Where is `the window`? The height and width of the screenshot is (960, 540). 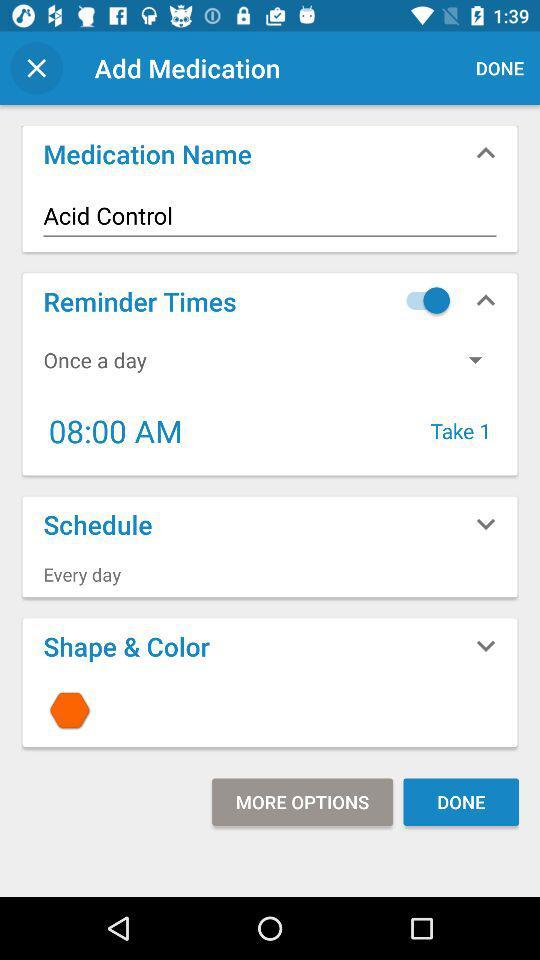
the window is located at coordinates (36, 68).